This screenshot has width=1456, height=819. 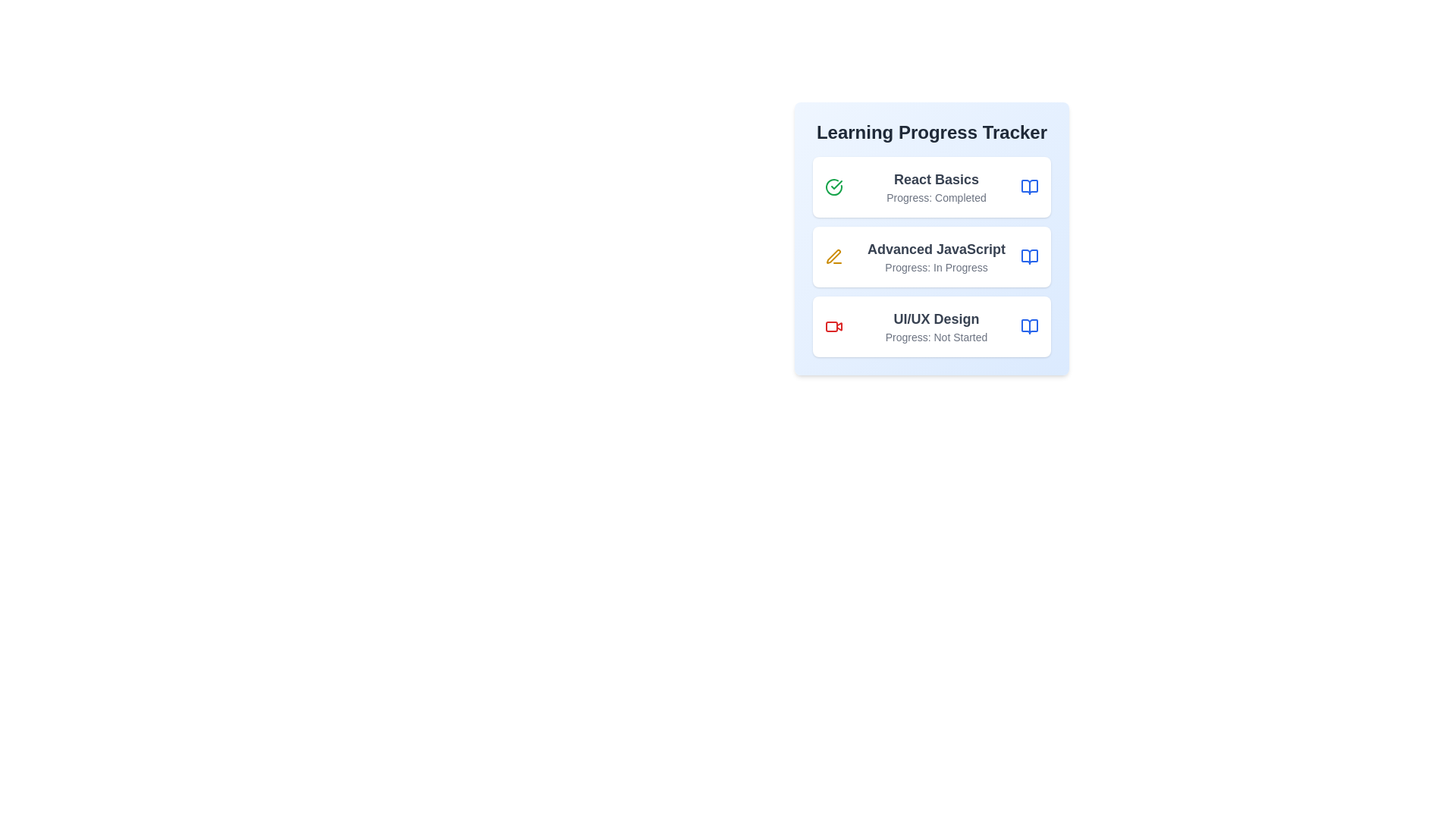 I want to click on the course item corresponding to UI/UX Design, so click(x=930, y=326).